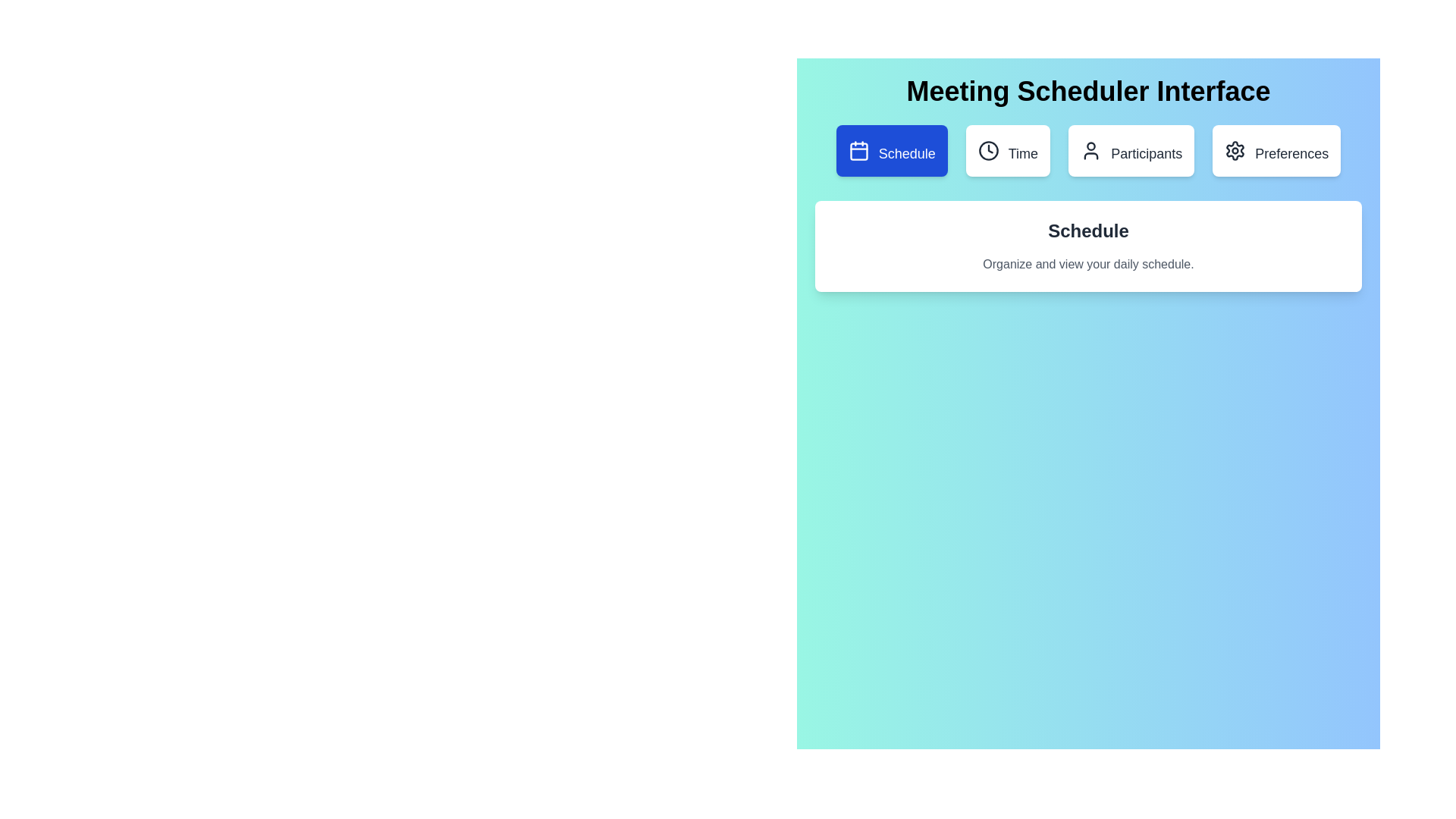  Describe the element at coordinates (988, 151) in the screenshot. I see `the SVG Circle Element that forms the outer boundary of the clock icon in the second button labeled 'Time' in the top horizontal navigation bar` at that location.